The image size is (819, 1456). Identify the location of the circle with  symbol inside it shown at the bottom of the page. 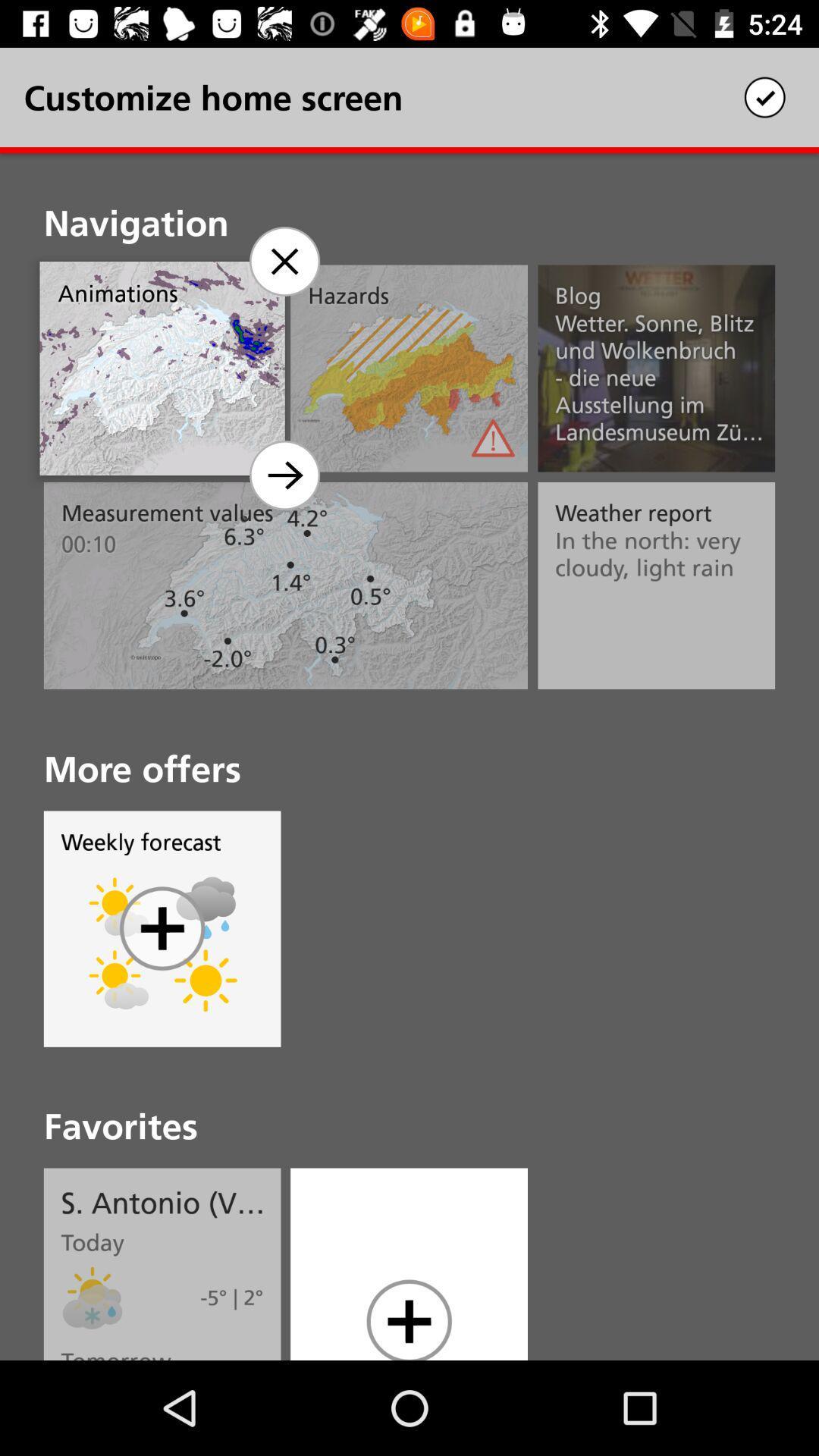
(408, 1318).